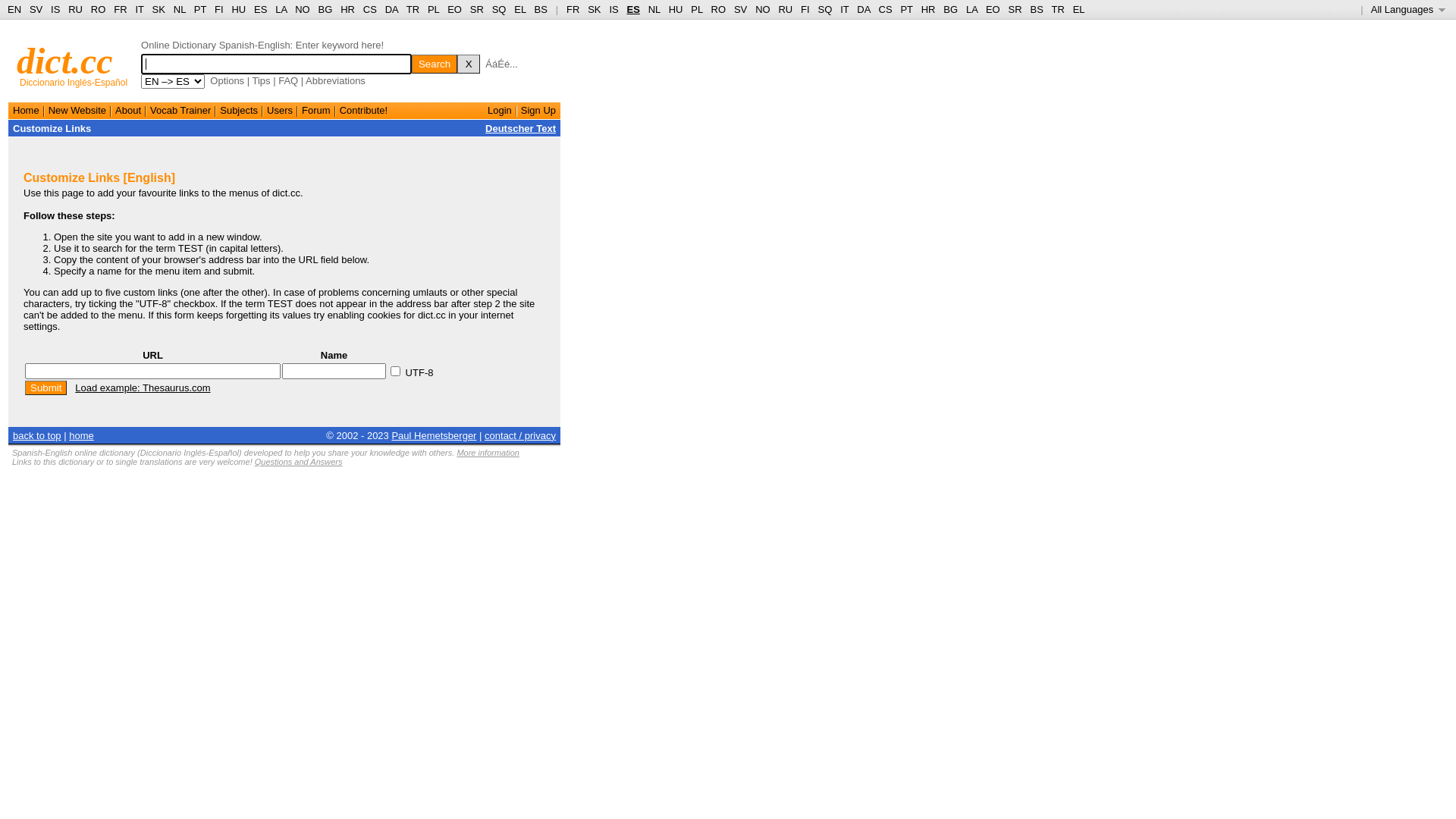 This screenshot has width=1456, height=819. Describe the element at coordinates (17, 60) in the screenshot. I see `'dict.cc'` at that location.